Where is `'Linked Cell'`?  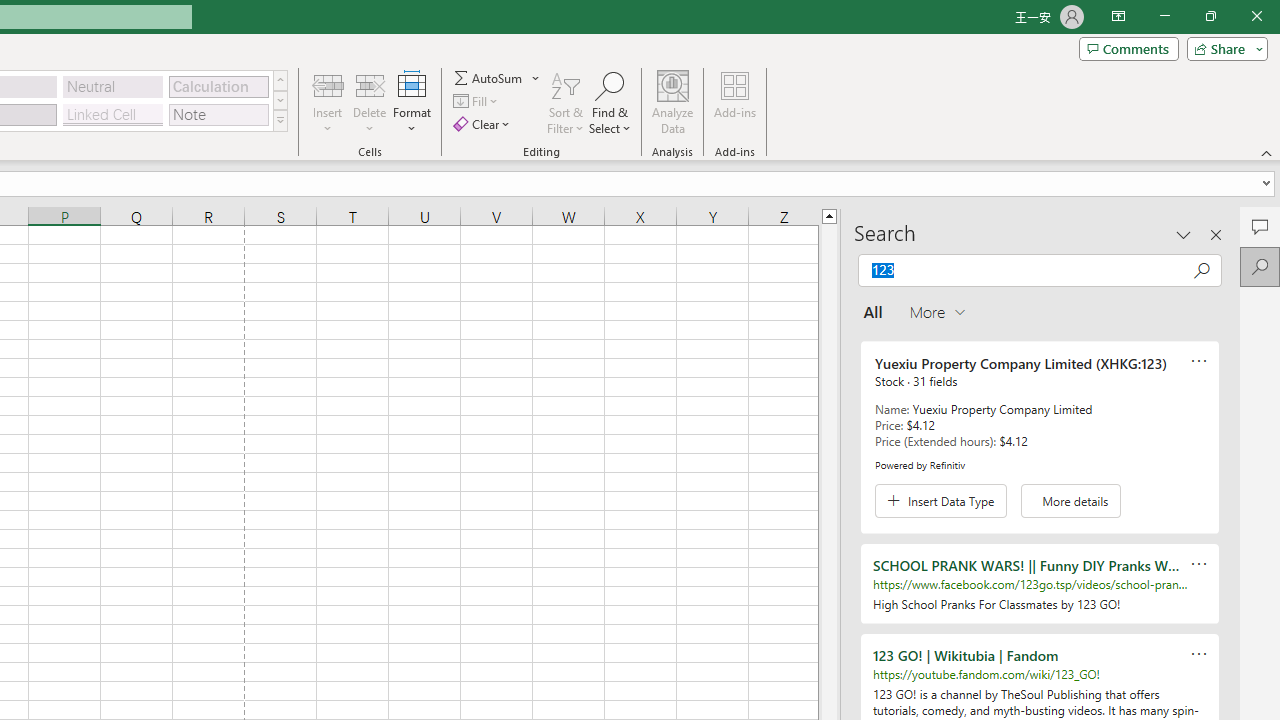
'Linked Cell' is located at coordinates (112, 114).